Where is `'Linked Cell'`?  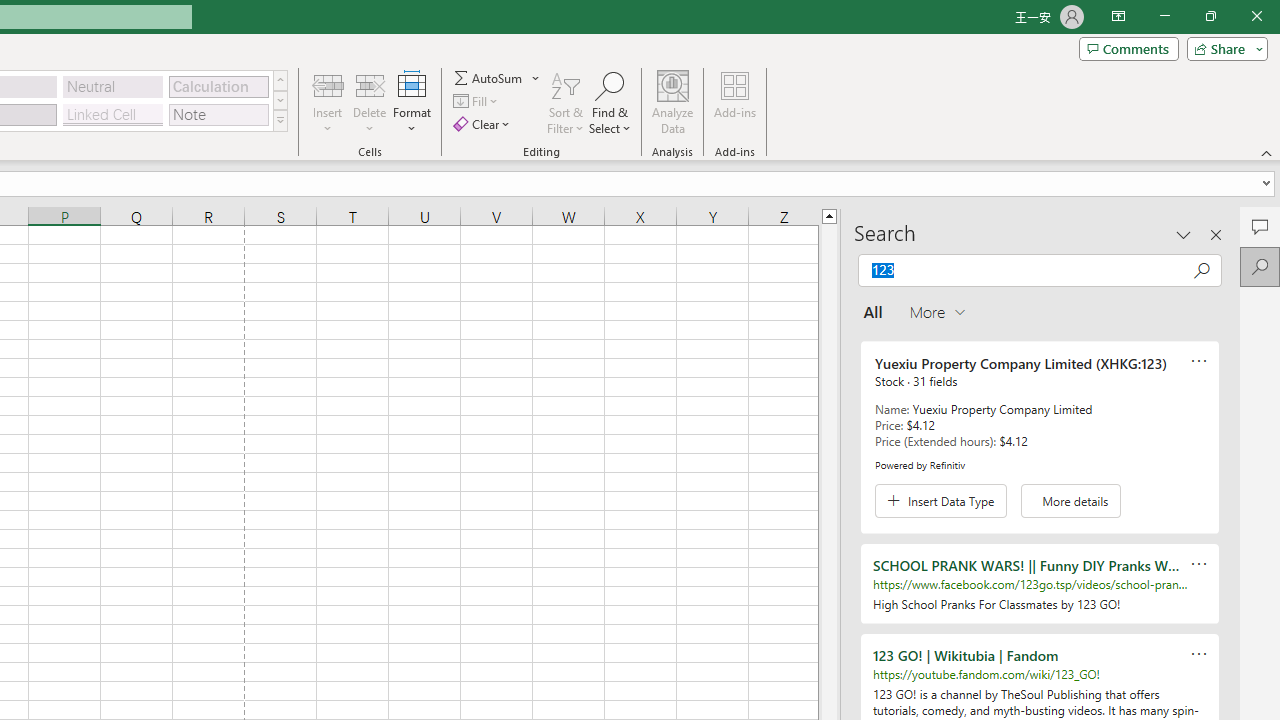
'Linked Cell' is located at coordinates (112, 114).